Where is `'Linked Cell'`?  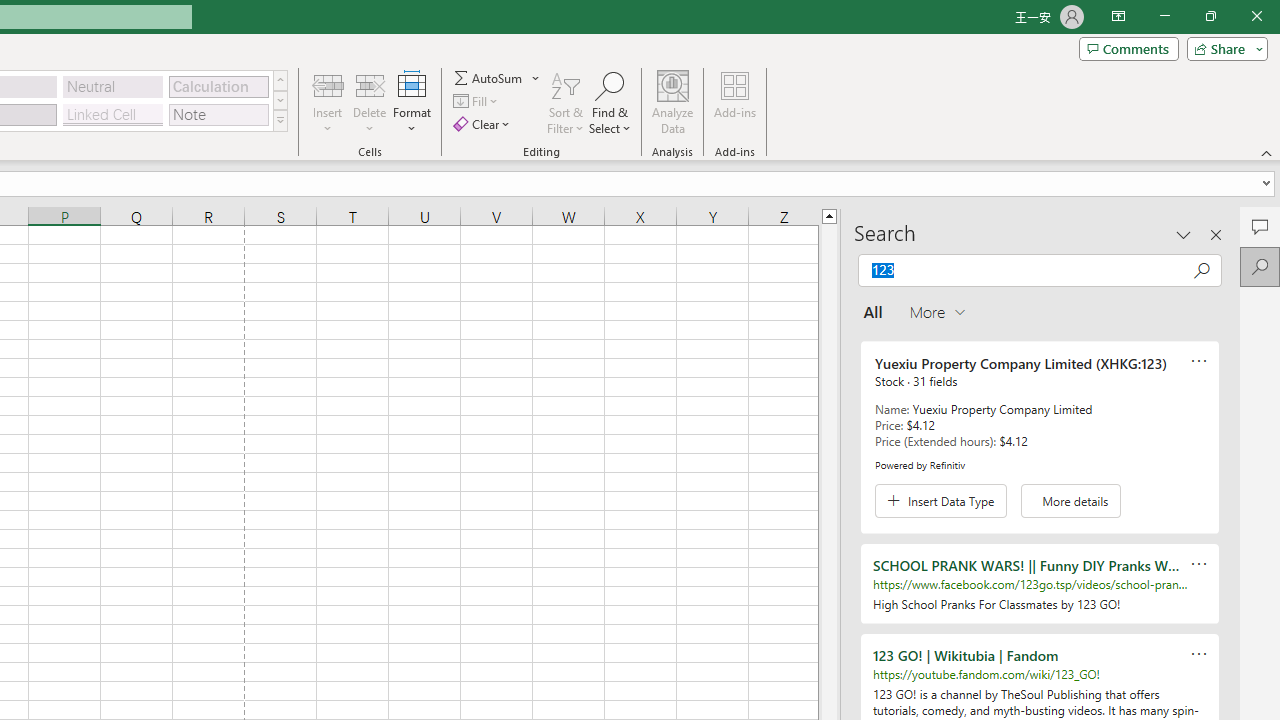
'Linked Cell' is located at coordinates (112, 114).